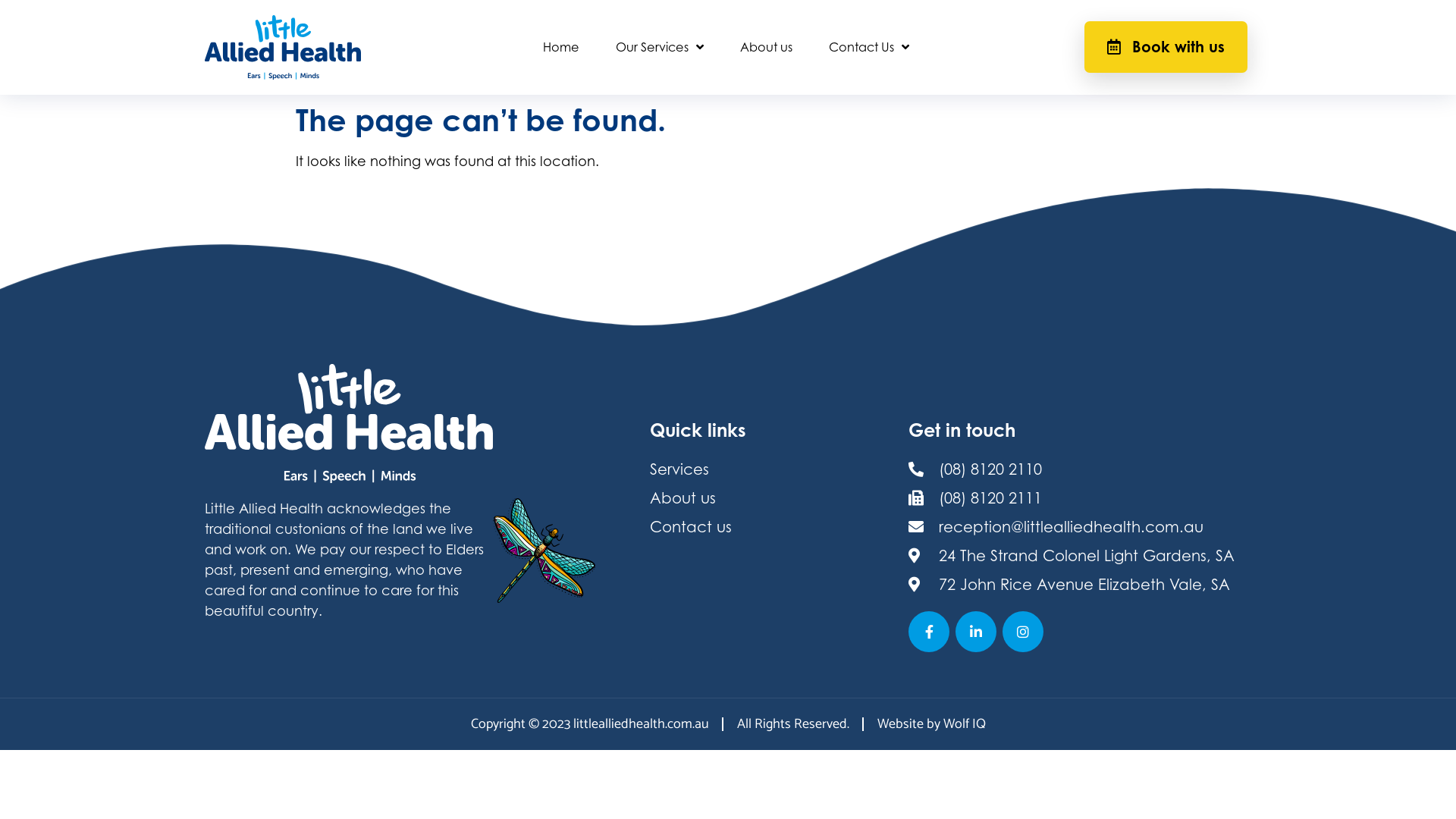 The height and width of the screenshot is (819, 1456). What do you see at coordinates (572, 723) in the screenshot?
I see `'littlealliedhealth.com.au'` at bounding box center [572, 723].